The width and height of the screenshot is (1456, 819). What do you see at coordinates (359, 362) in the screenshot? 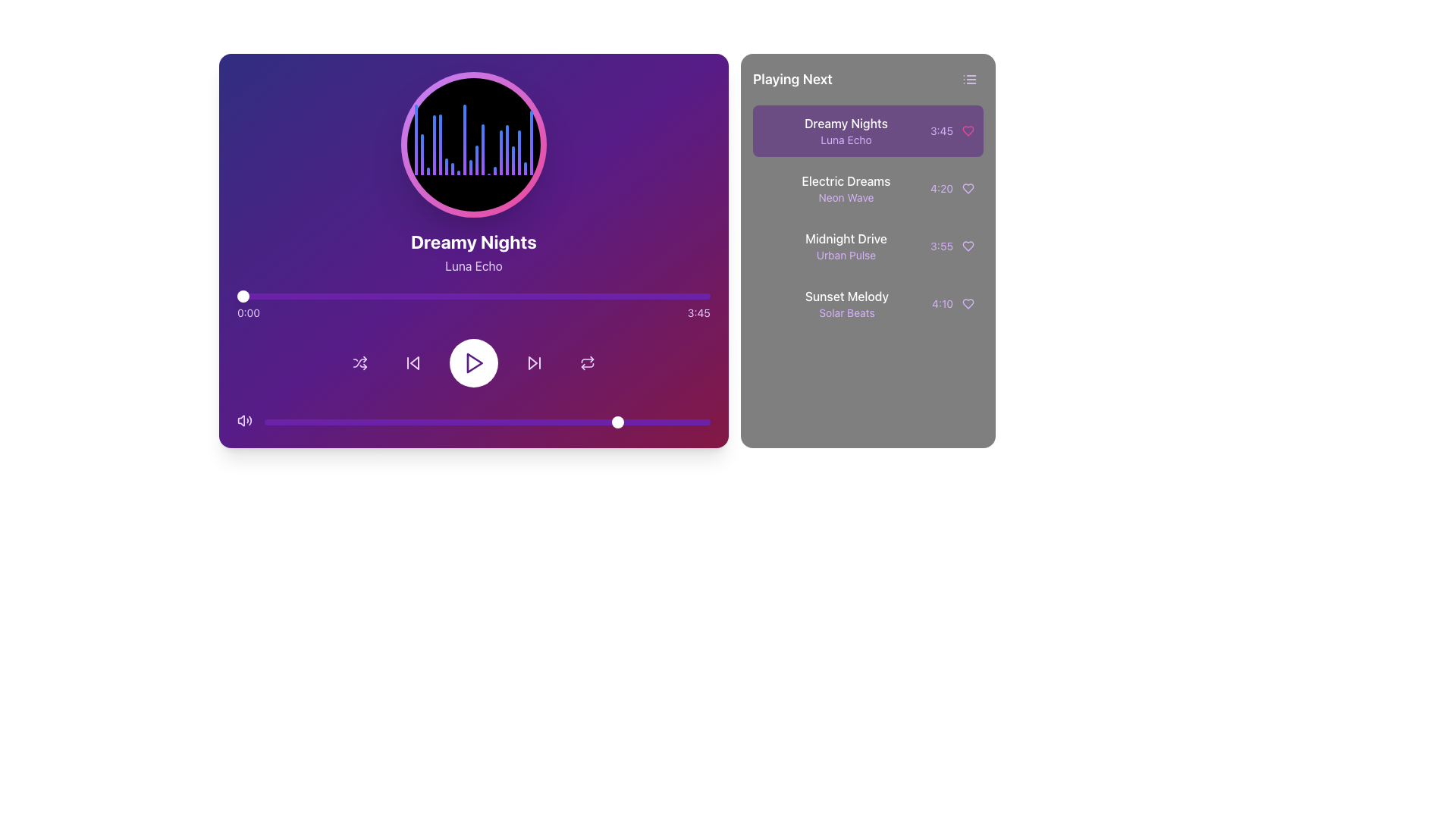
I see `the shuffle button located below the media progress bar, to the left of the navigation buttons` at bounding box center [359, 362].